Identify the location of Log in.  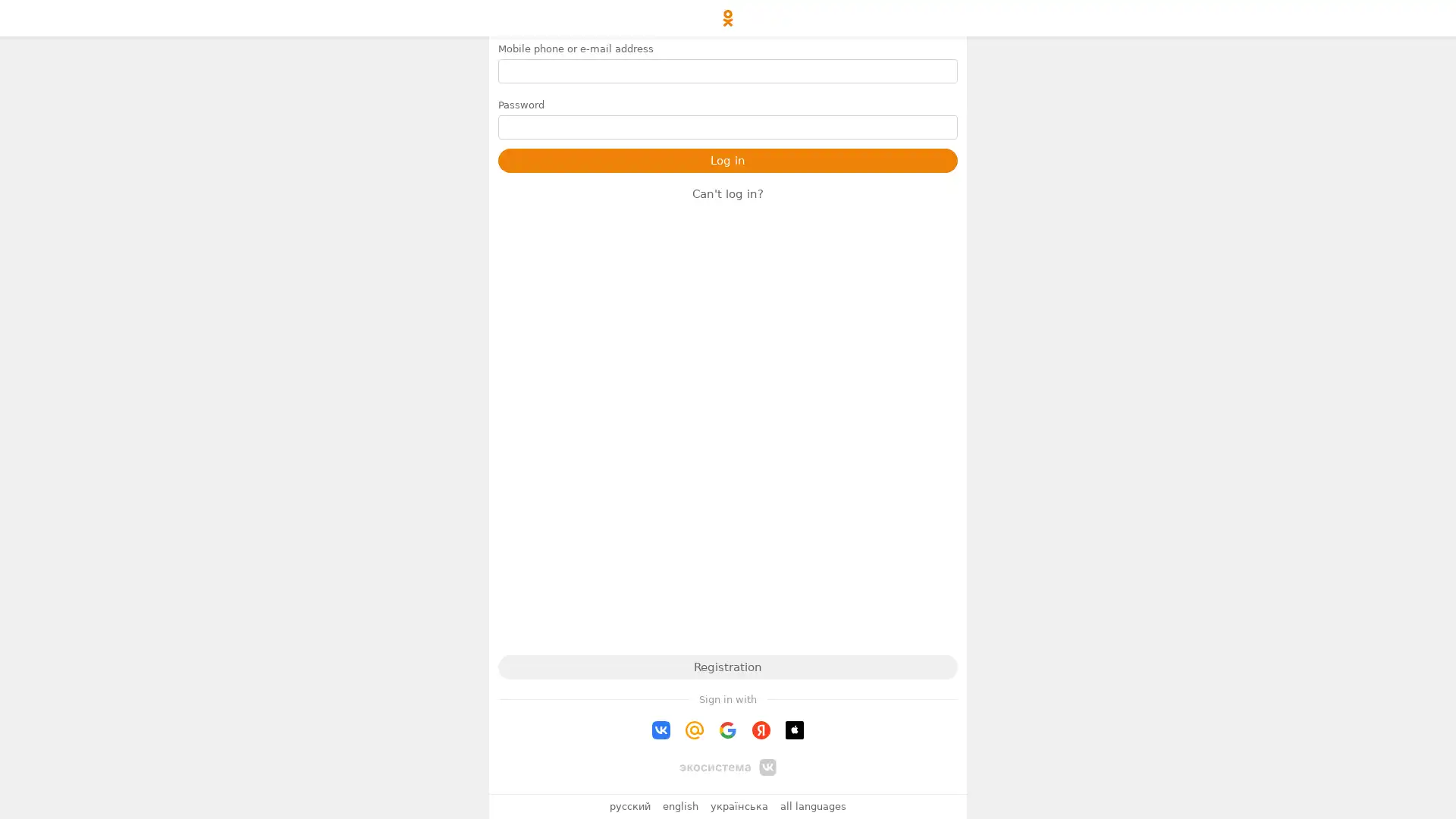
(728, 161).